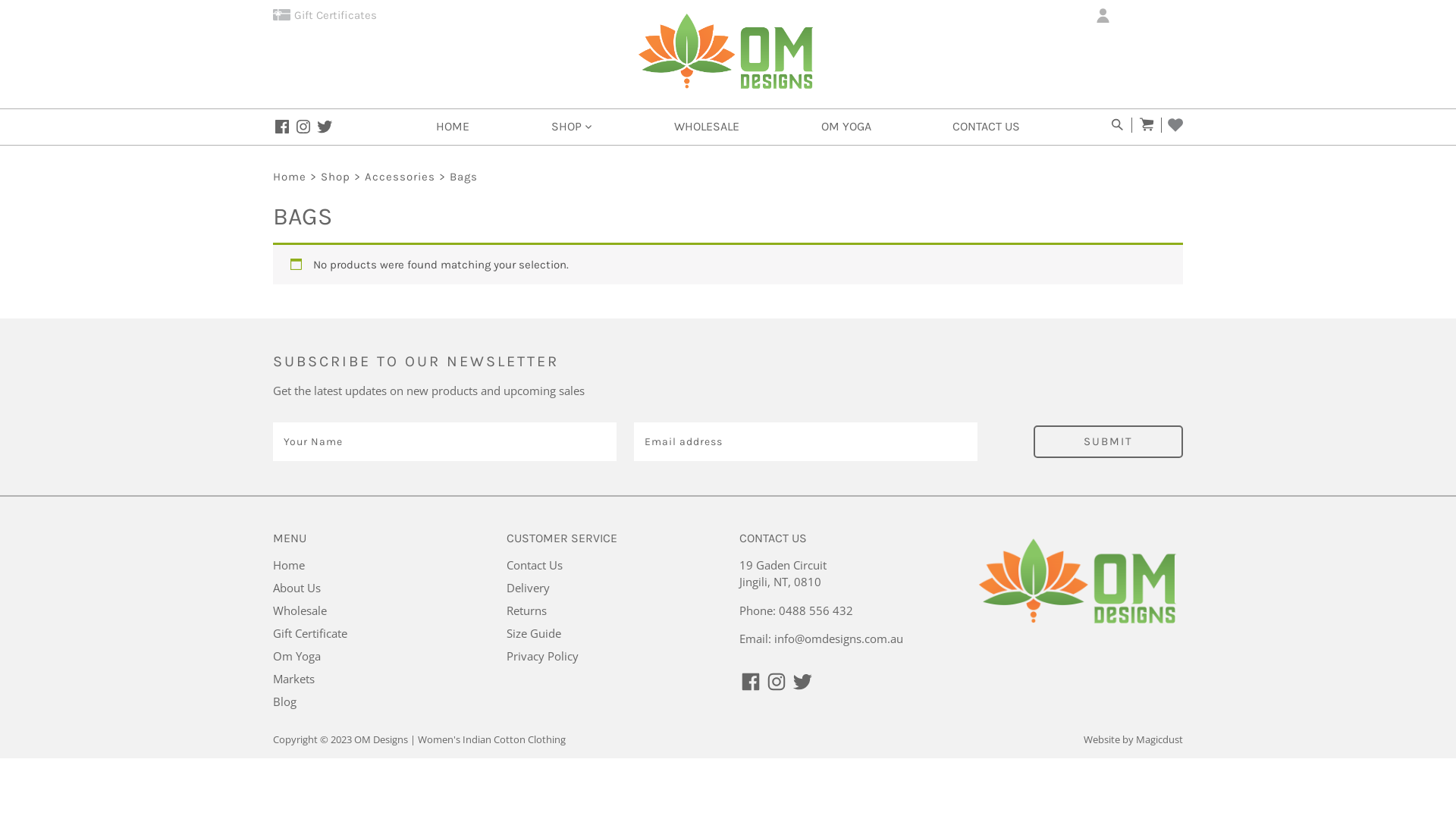  Describe the element at coordinates (535, 564) in the screenshot. I see `'Contact Us'` at that location.